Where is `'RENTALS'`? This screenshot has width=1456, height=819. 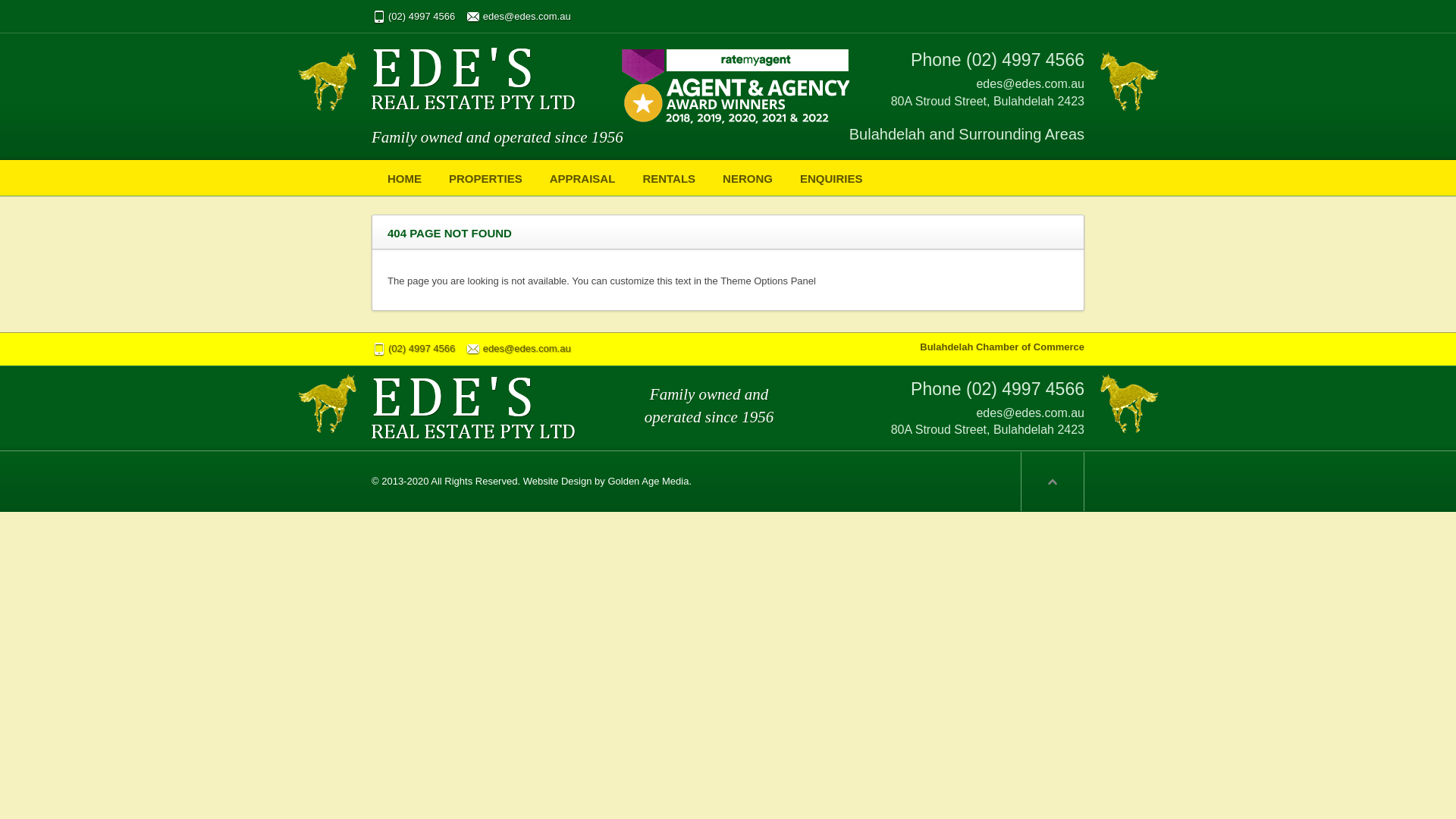
'RENTALS' is located at coordinates (668, 177).